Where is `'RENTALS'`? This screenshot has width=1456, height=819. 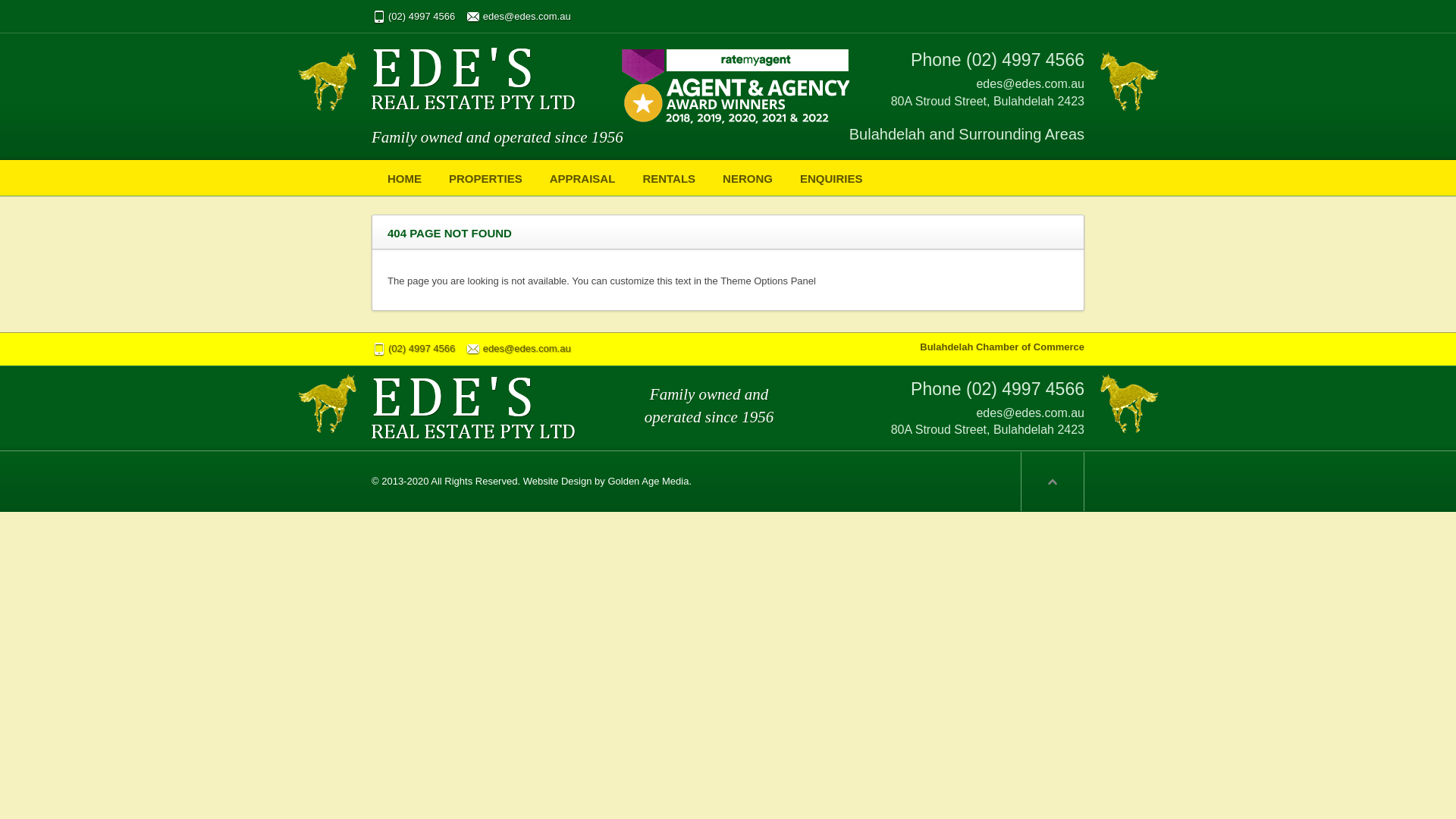
'RENTALS' is located at coordinates (668, 177).